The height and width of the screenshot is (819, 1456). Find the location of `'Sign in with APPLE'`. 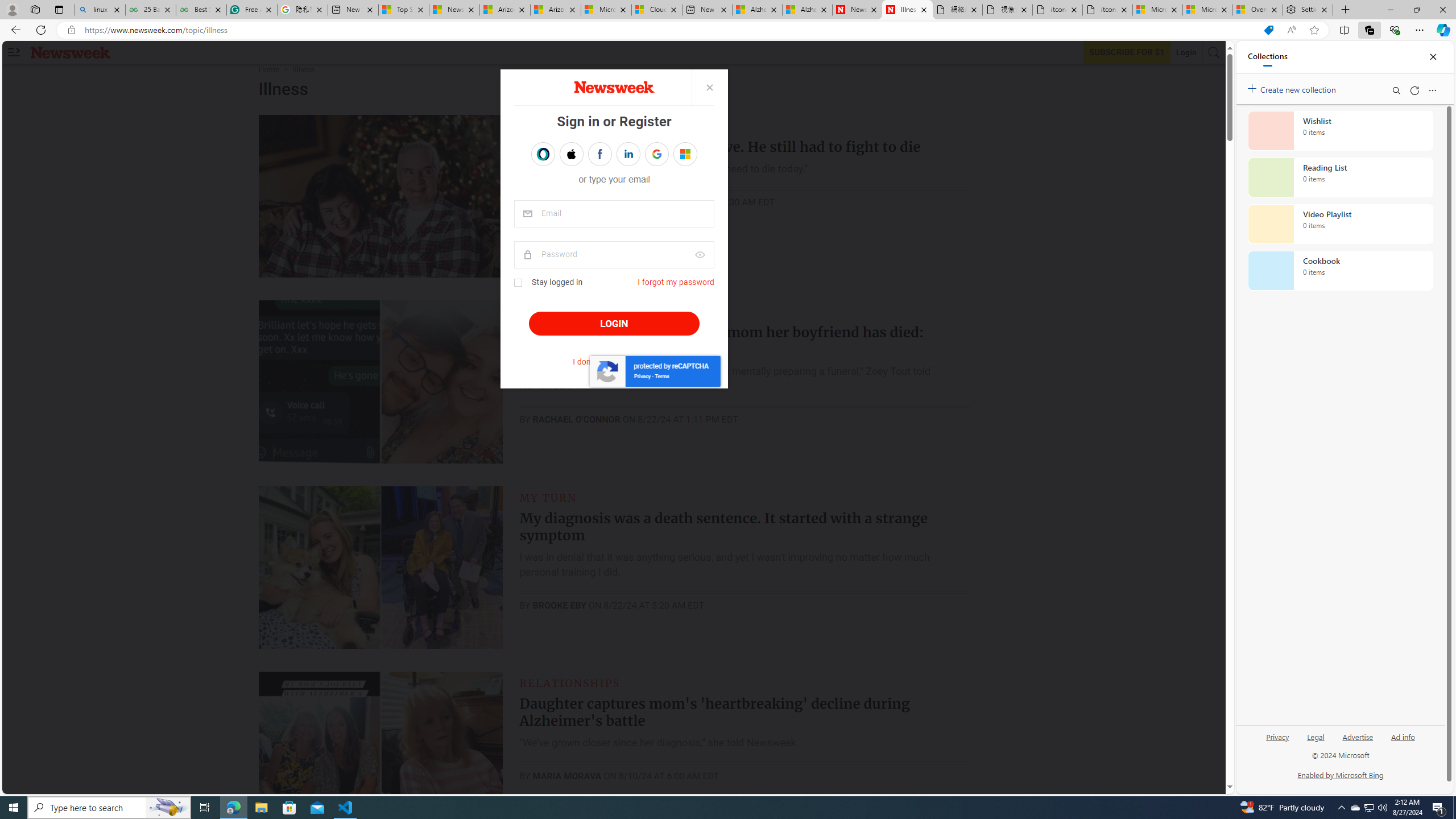

'Sign in with APPLE' is located at coordinates (570, 154).